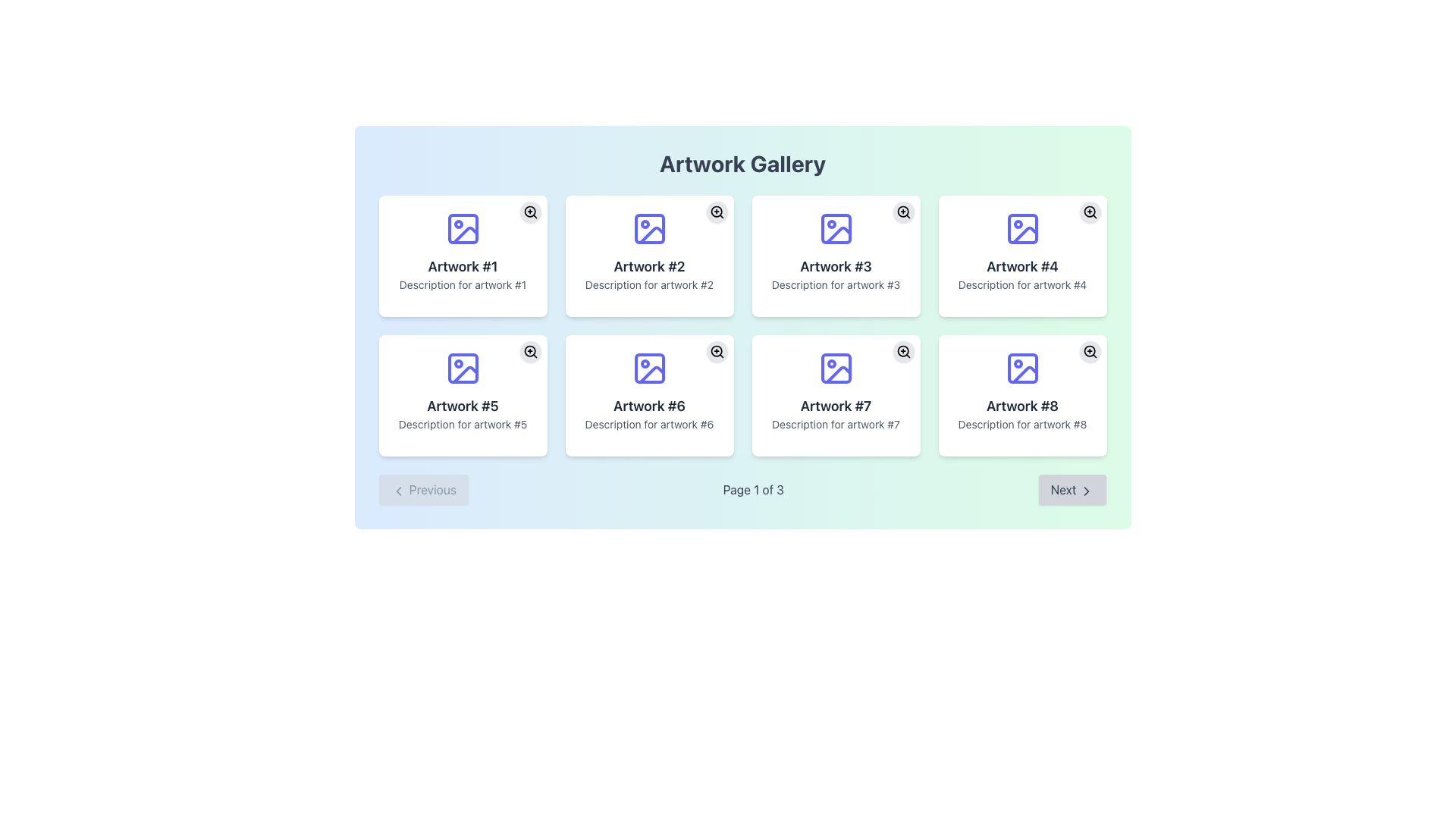 Image resolution: width=1456 pixels, height=819 pixels. I want to click on the rectangular background of the image icon representing 'Artwork #7' located in the bottom row, second from the right of the artwork gallery grid, so click(835, 369).